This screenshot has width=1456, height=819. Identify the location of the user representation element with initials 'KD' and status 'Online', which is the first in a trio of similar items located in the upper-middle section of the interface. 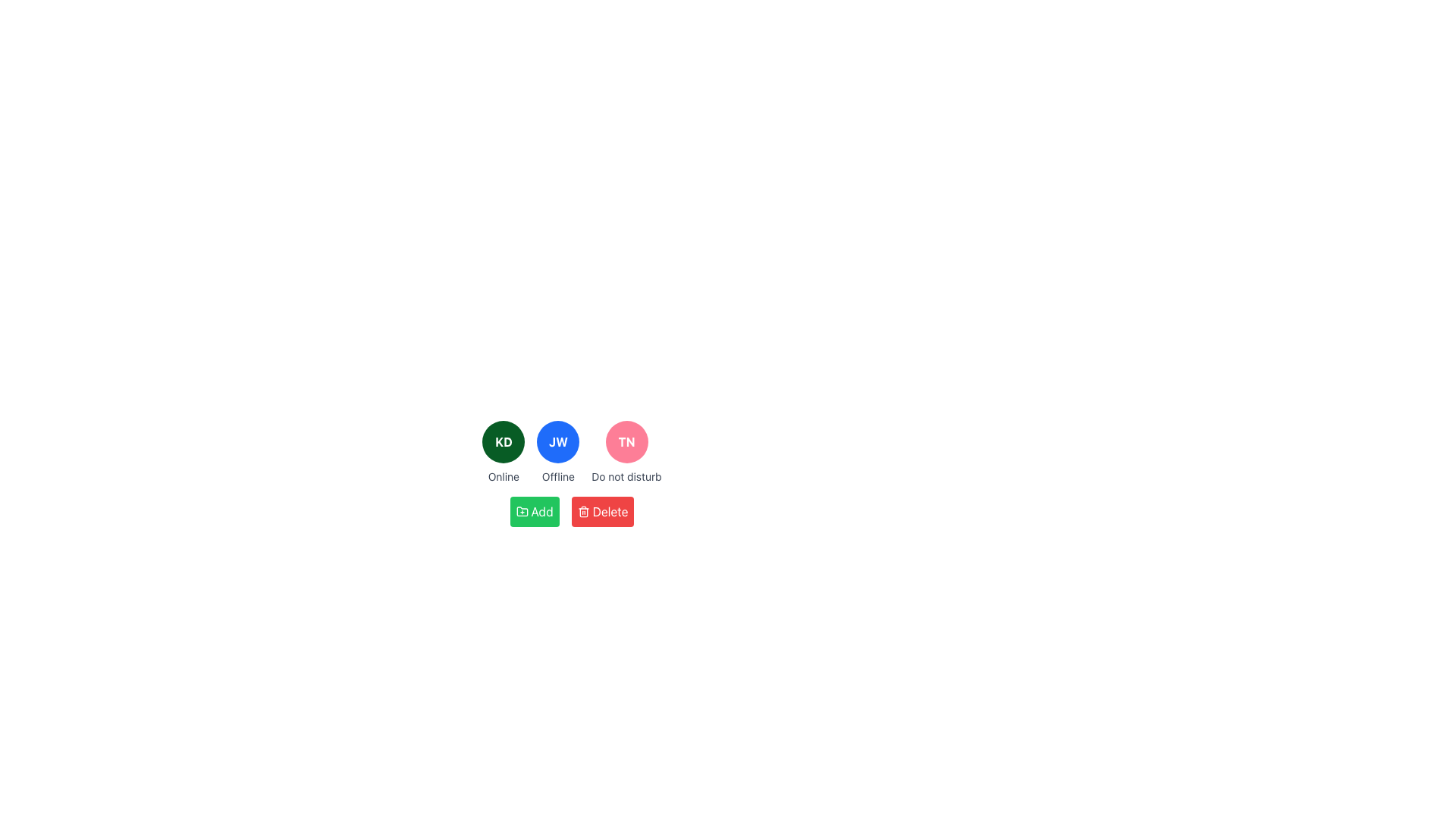
(504, 452).